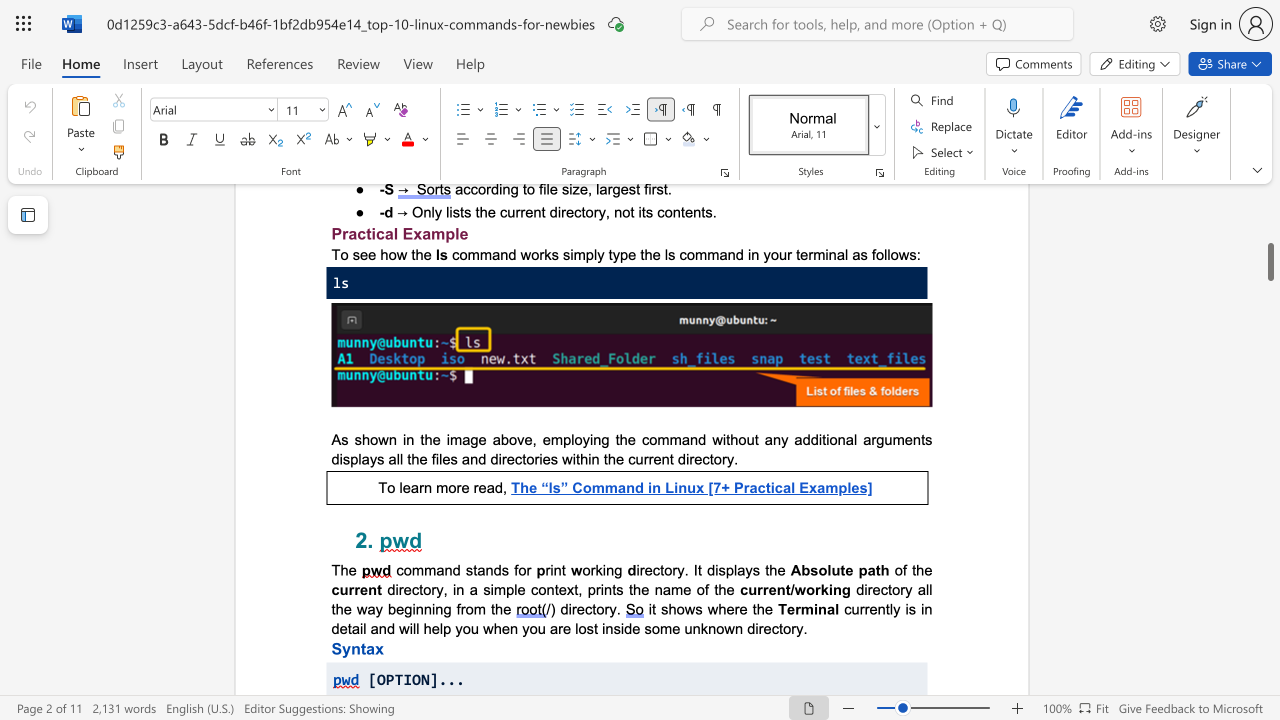 This screenshot has width=1280, height=720. What do you see at coordinates (546, 608) in the screenshot?
I see `the subset text "/) dir" within the text "/) directory."` at bounding box center [546, 608].